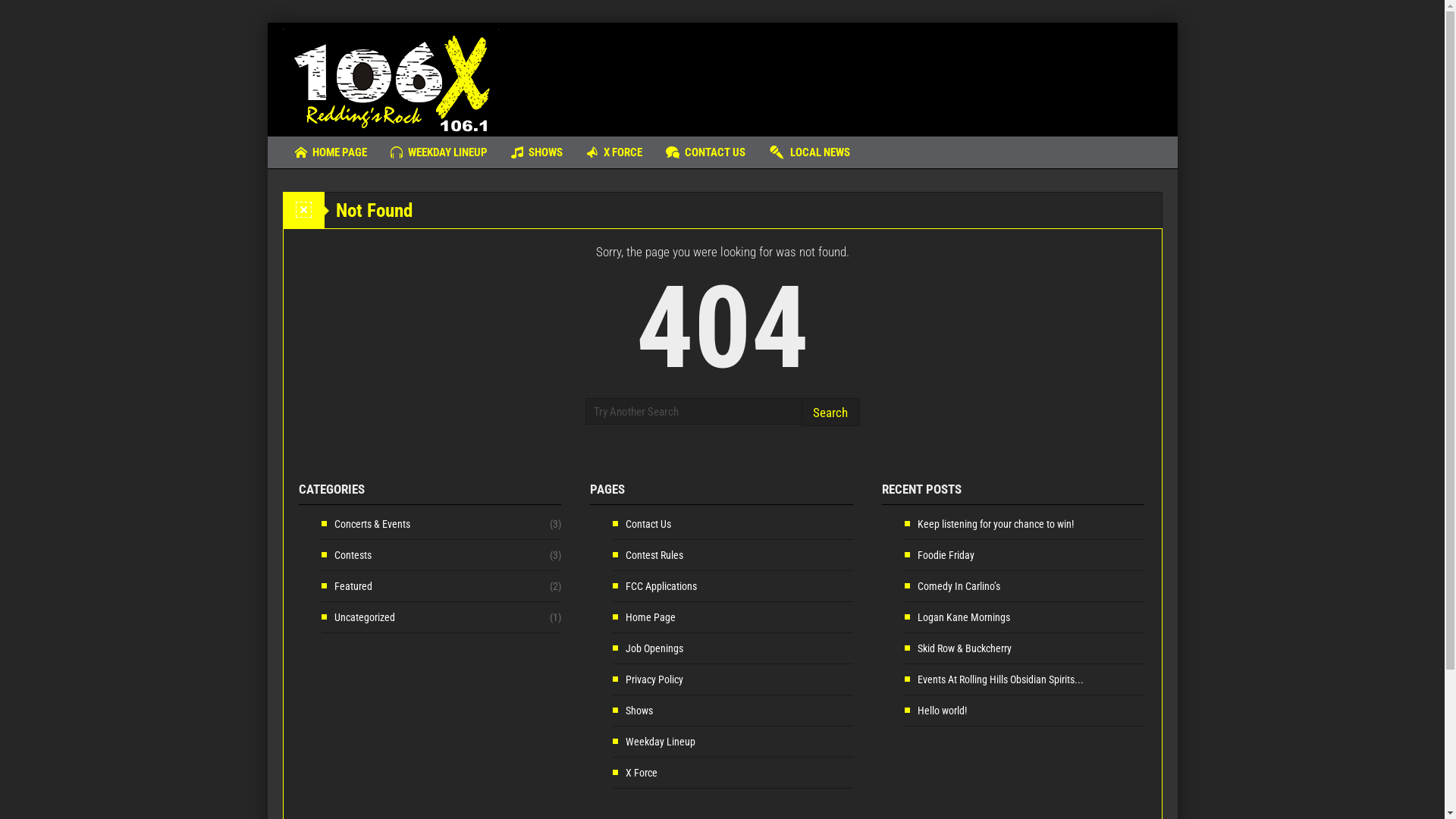  I want to click on 'X Force', so click(635, 772).